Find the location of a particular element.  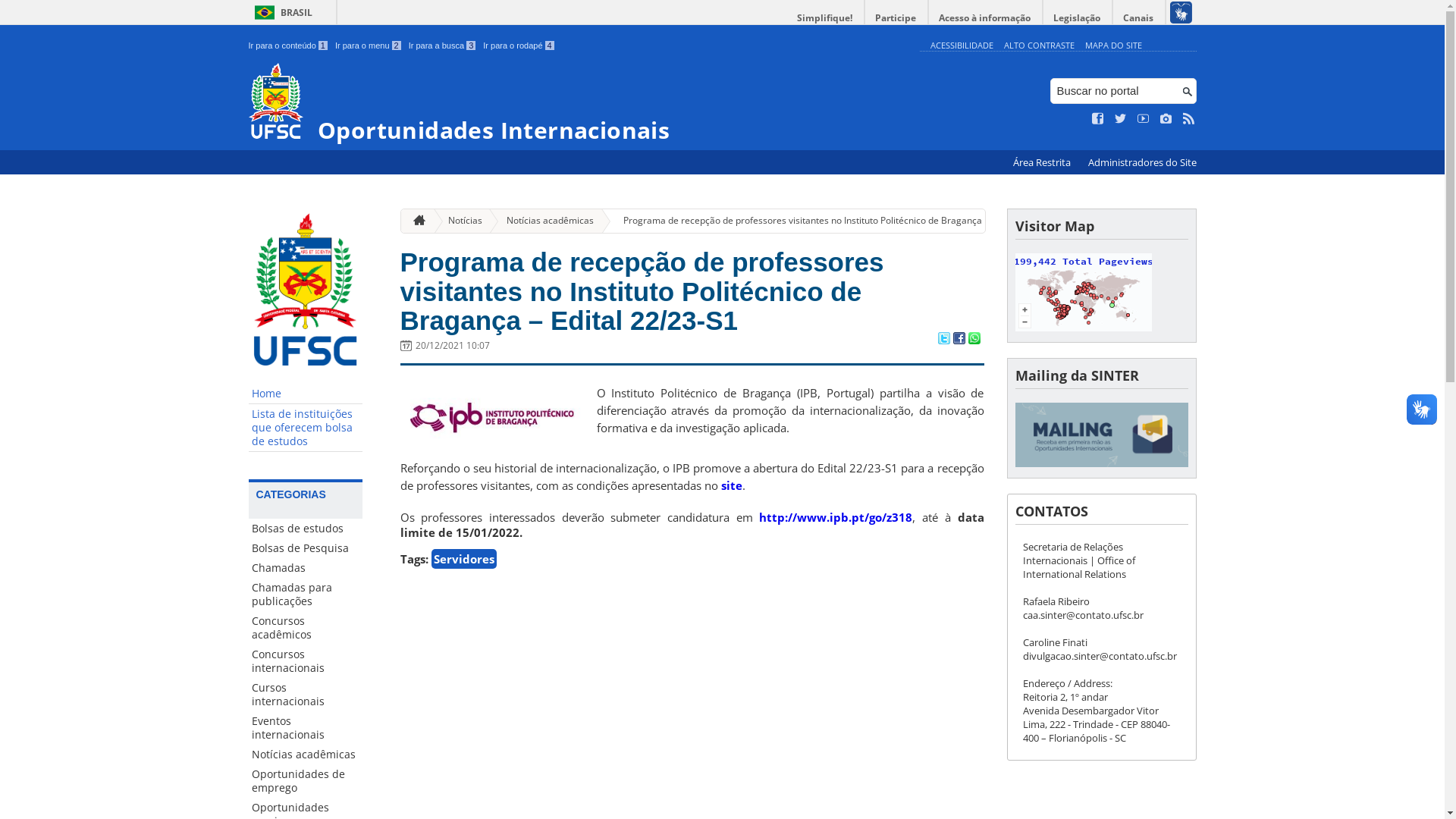

'http://www.ipb.pt/go/z318' is located at coordinates (835, 516).